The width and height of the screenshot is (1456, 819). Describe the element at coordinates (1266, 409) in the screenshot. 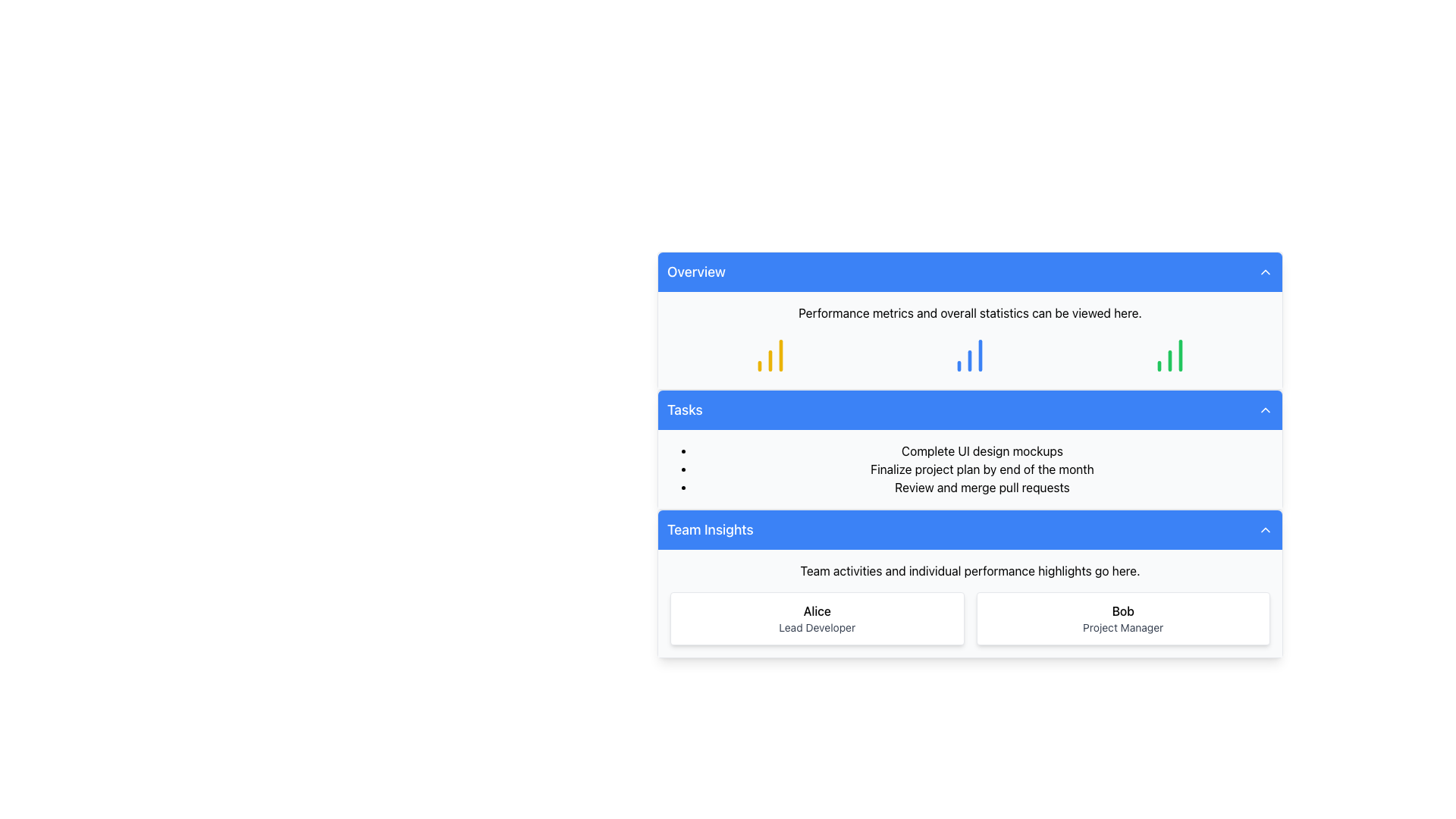

I see `the button located in the top-right corner of the 'Tasks' header` at that location.